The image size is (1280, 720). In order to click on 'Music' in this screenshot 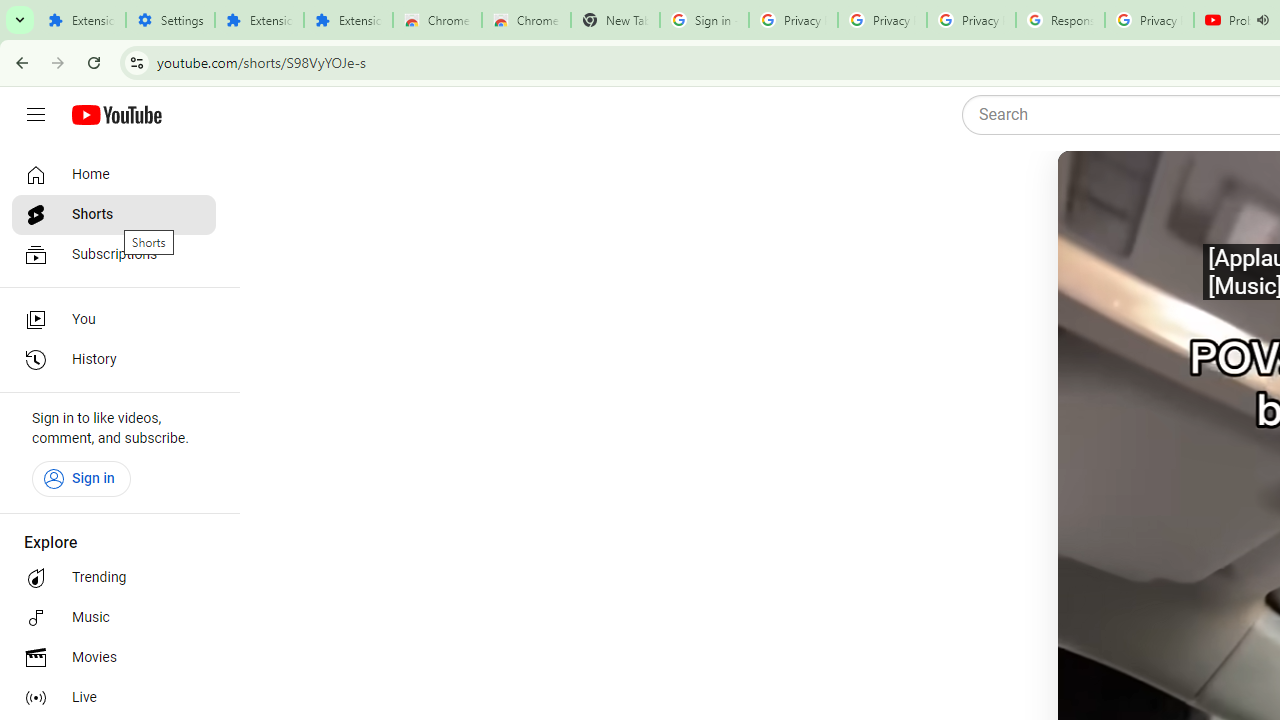, I will do `click(112, 617)`.